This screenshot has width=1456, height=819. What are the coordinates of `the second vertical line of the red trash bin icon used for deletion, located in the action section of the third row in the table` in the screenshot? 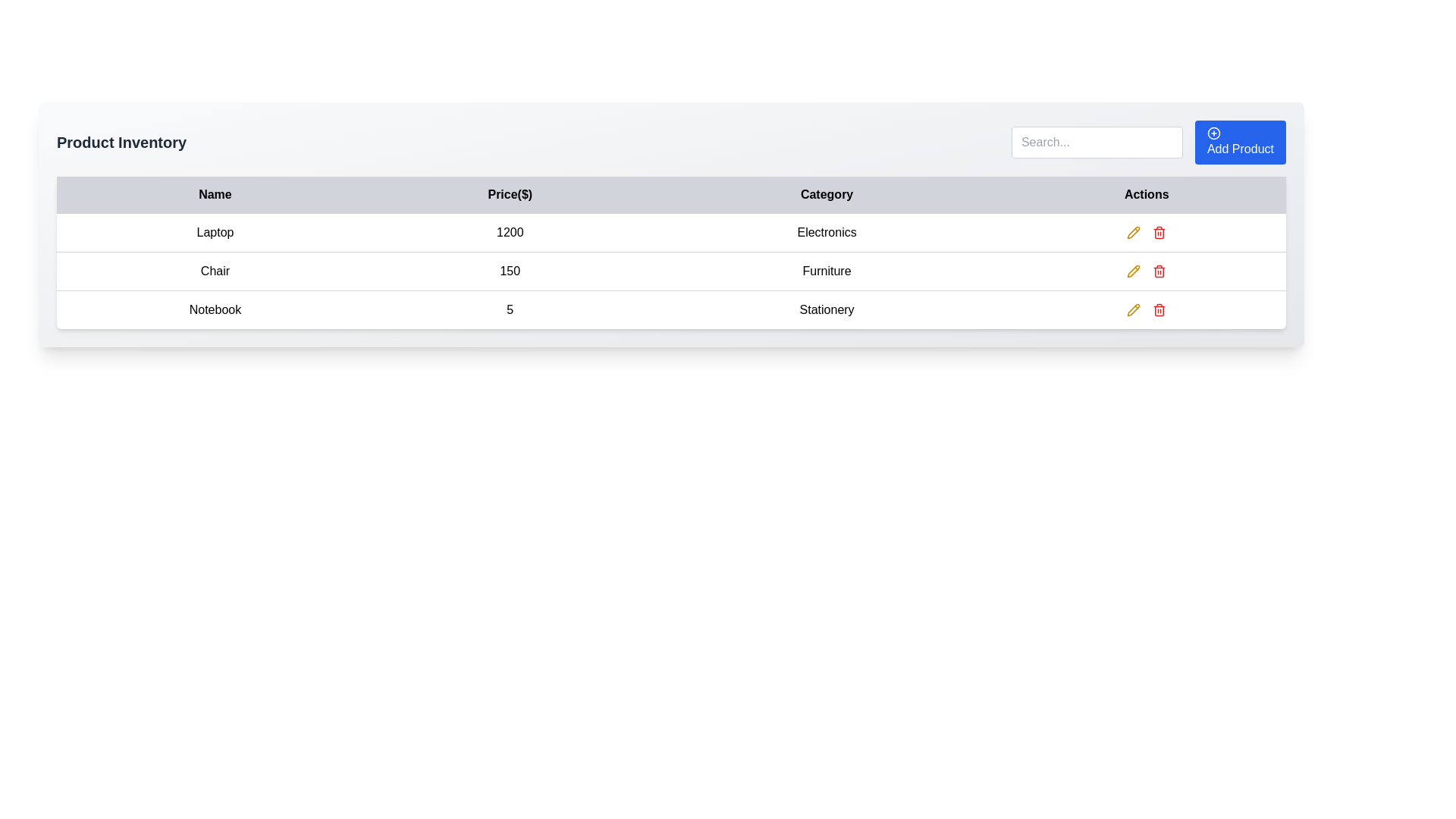 It's located at (1159, 234).